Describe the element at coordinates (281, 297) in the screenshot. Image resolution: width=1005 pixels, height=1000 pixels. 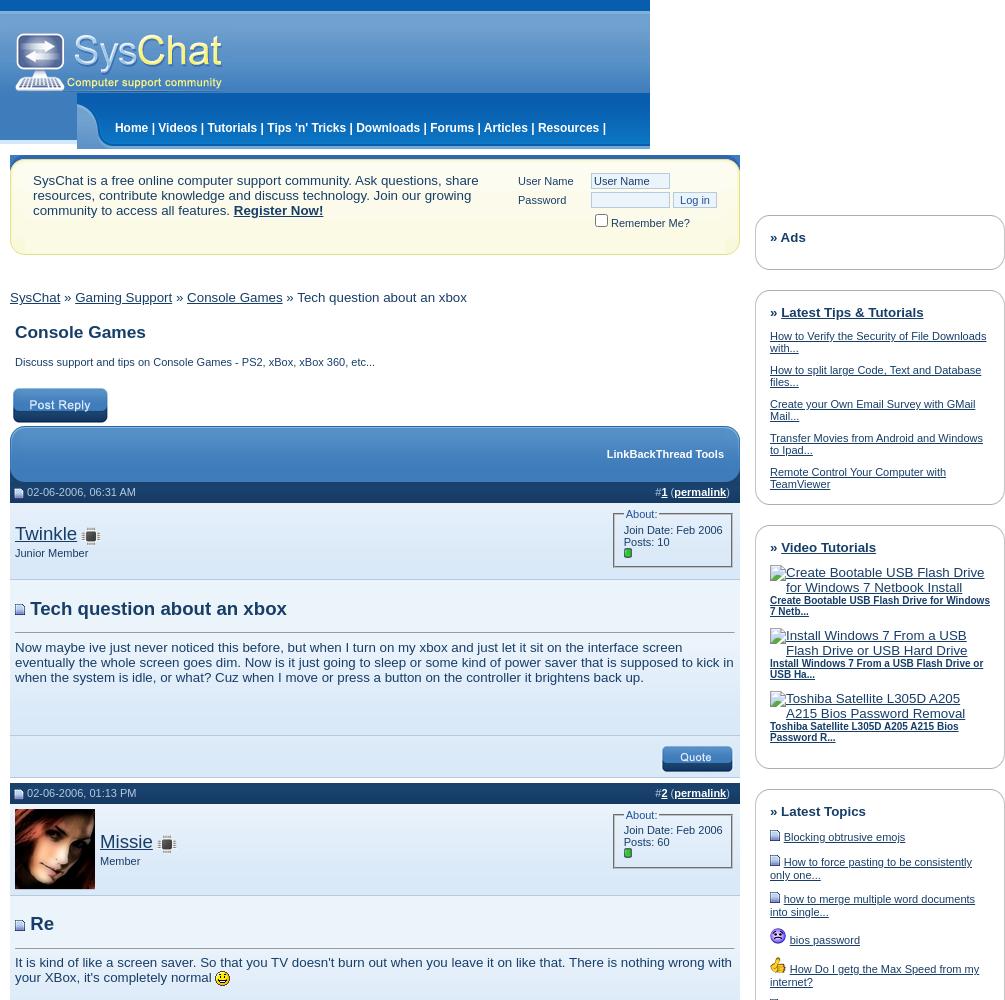
I see `'»


	
	 Tech question about an xbox'` at that location.